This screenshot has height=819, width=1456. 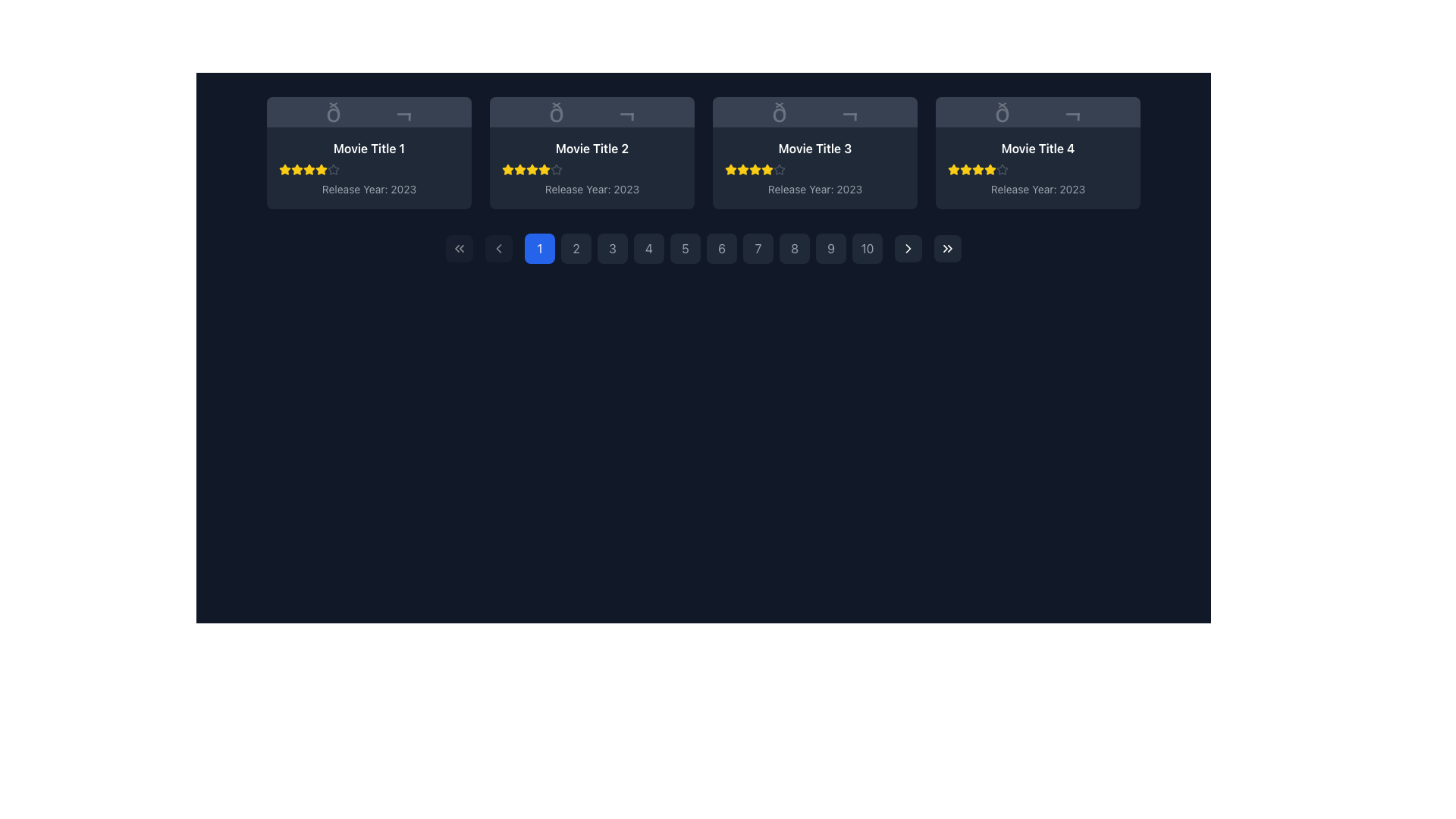 What do you see at coordinates (309, 169) in the screenshot?
I see `the third star icon in the rating system for 'Movie Title 1', located in the top-left corner of the first movie card` at bounding box center [309, 169].